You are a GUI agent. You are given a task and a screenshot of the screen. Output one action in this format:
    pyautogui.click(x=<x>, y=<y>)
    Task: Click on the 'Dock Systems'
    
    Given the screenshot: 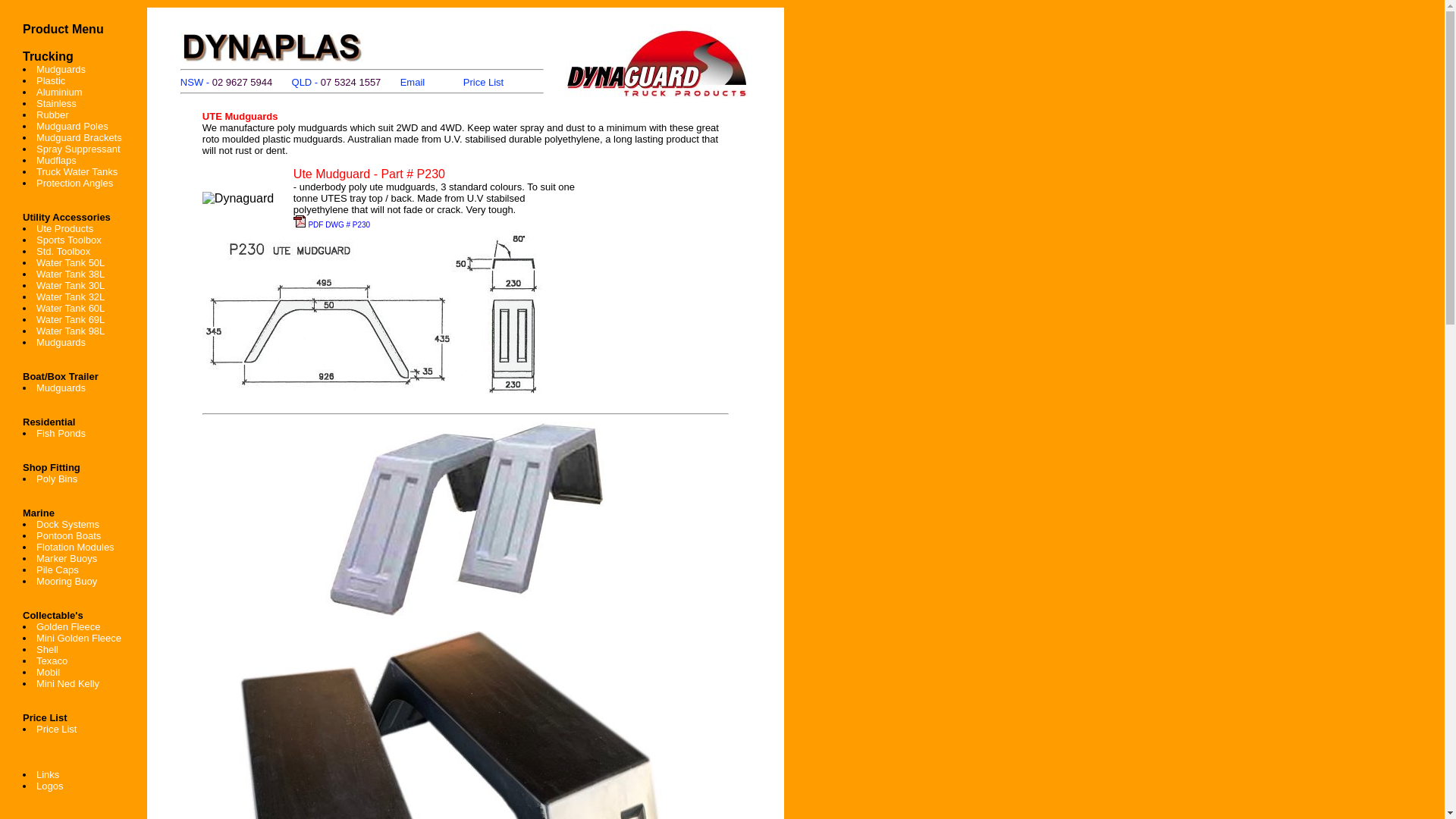 What is the action you would take?
    pyautogui.click(x=67, y=523)
    